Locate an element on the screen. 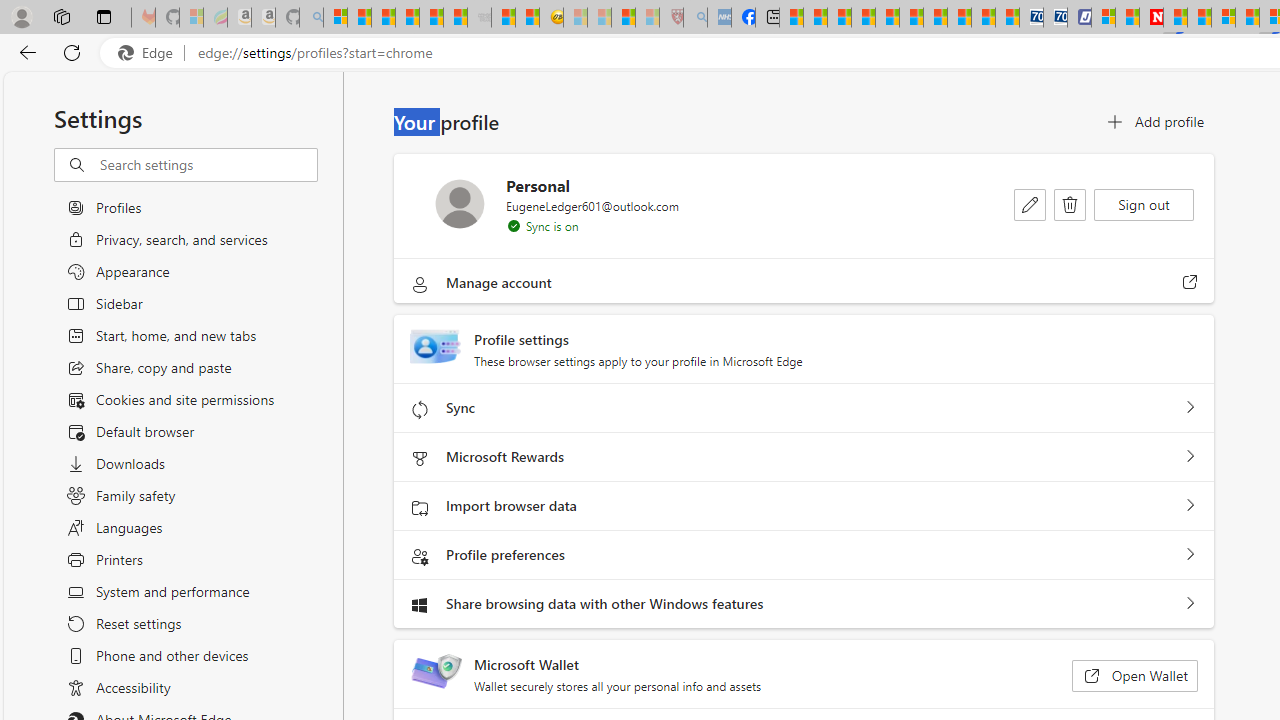  'World - MSN' is located at coordinates (839, 17).